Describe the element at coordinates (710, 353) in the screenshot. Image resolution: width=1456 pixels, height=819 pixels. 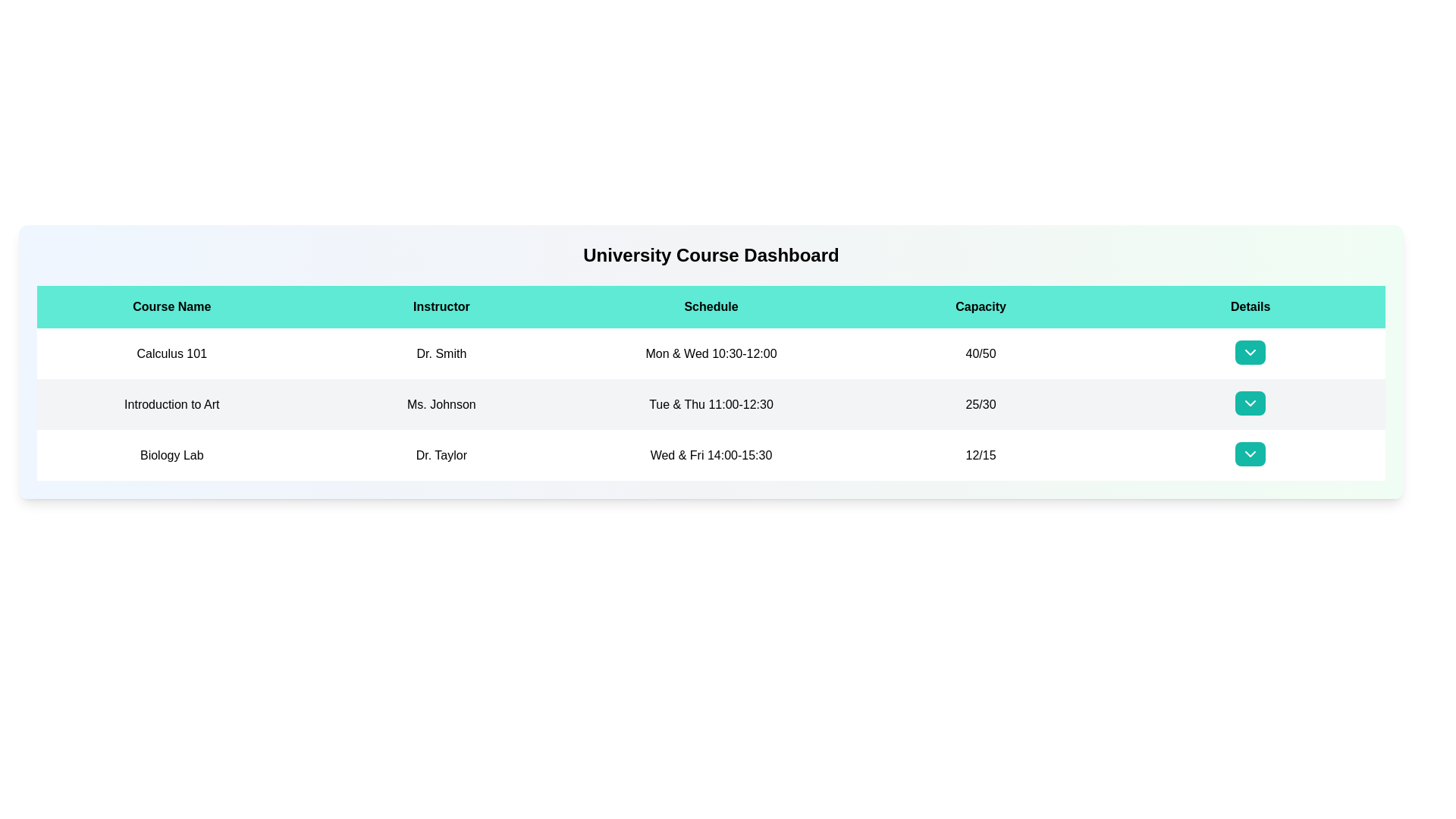
I see `the static text label displaying 'Mon & Wed 10:30-12:00' which is in the third column of the 'Calculus 101' course row` at that location.